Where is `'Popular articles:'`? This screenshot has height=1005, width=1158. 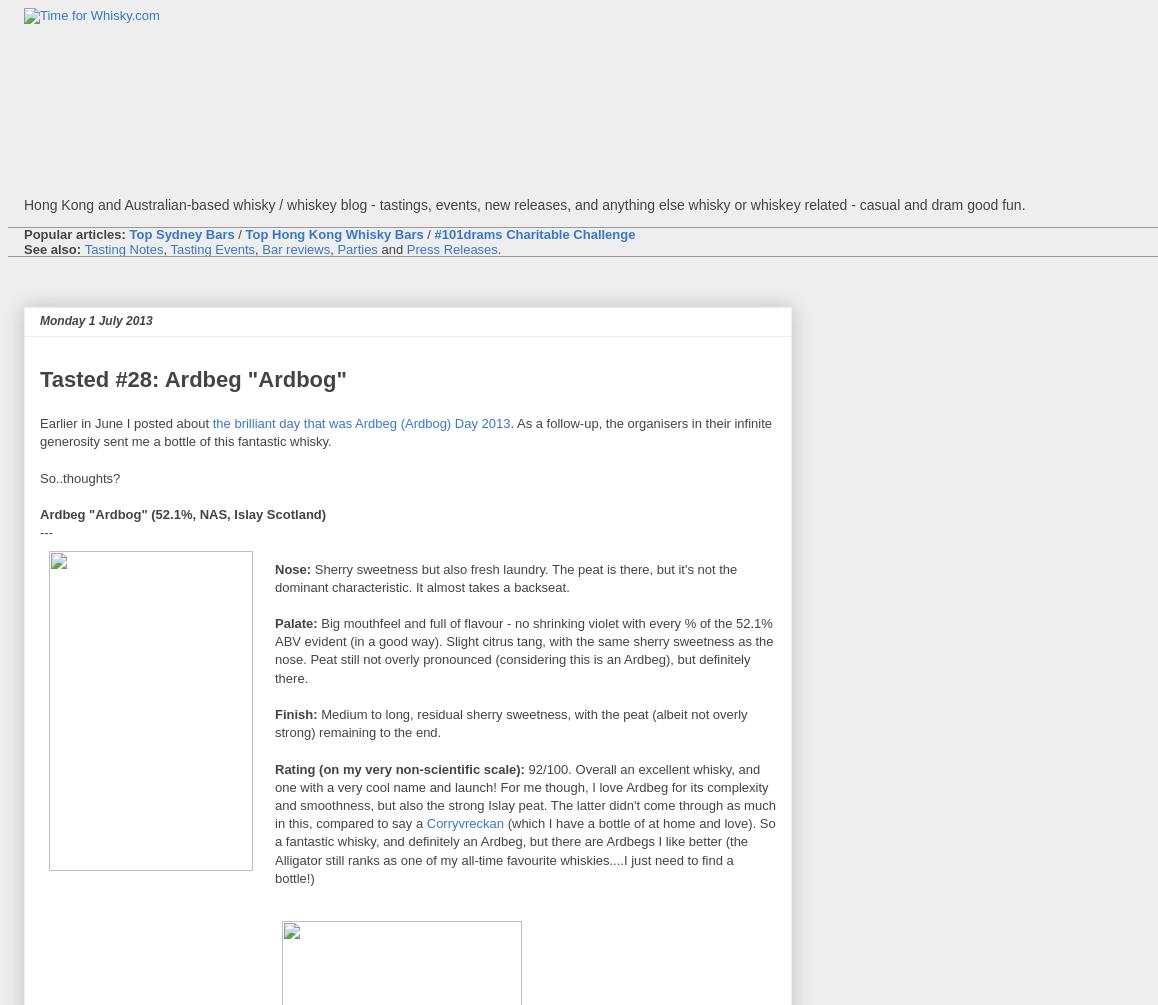
'Popular articles:' is located at coordinates (74, 233).